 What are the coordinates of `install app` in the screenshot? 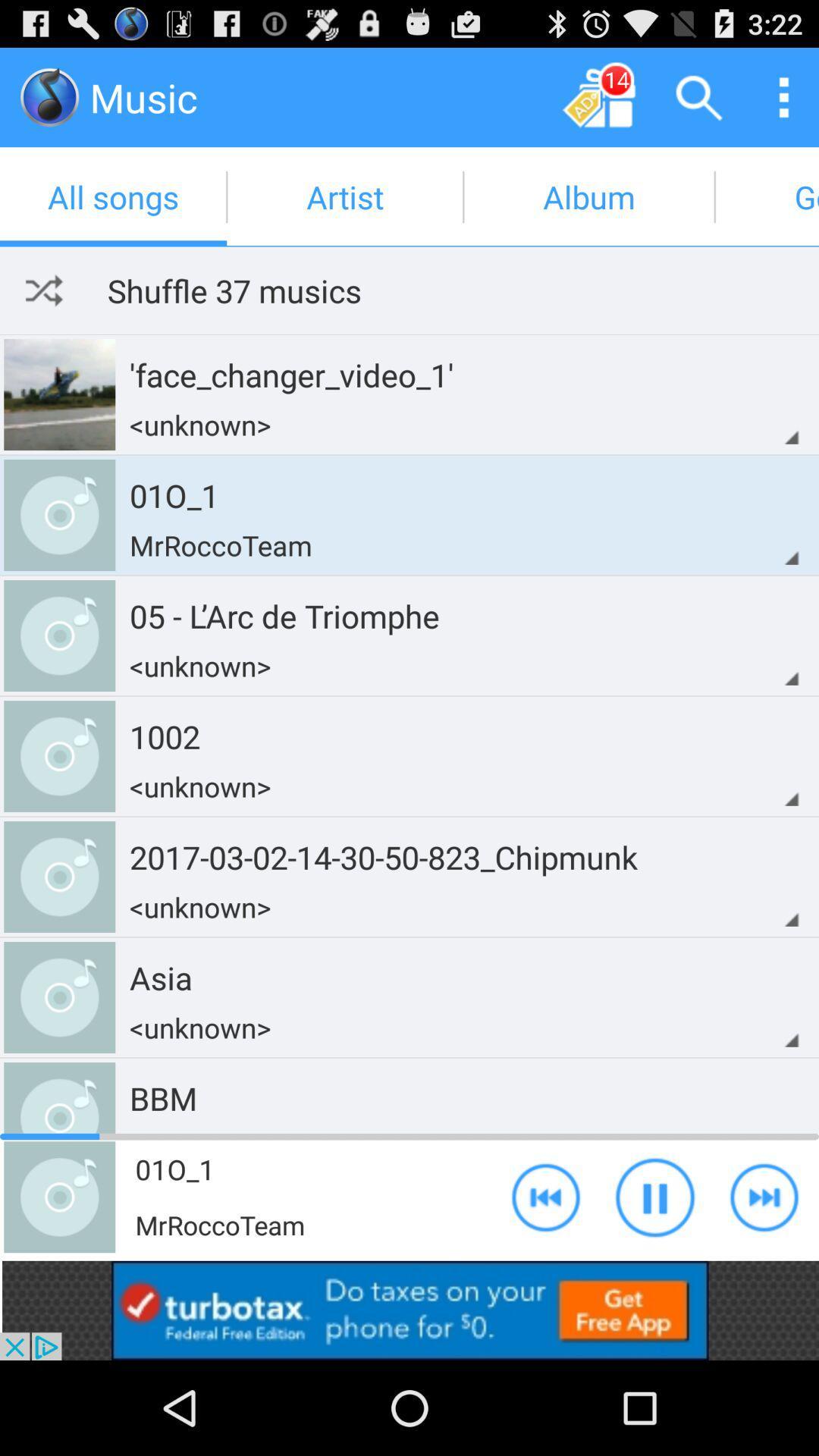 It's located at (409, 1310).